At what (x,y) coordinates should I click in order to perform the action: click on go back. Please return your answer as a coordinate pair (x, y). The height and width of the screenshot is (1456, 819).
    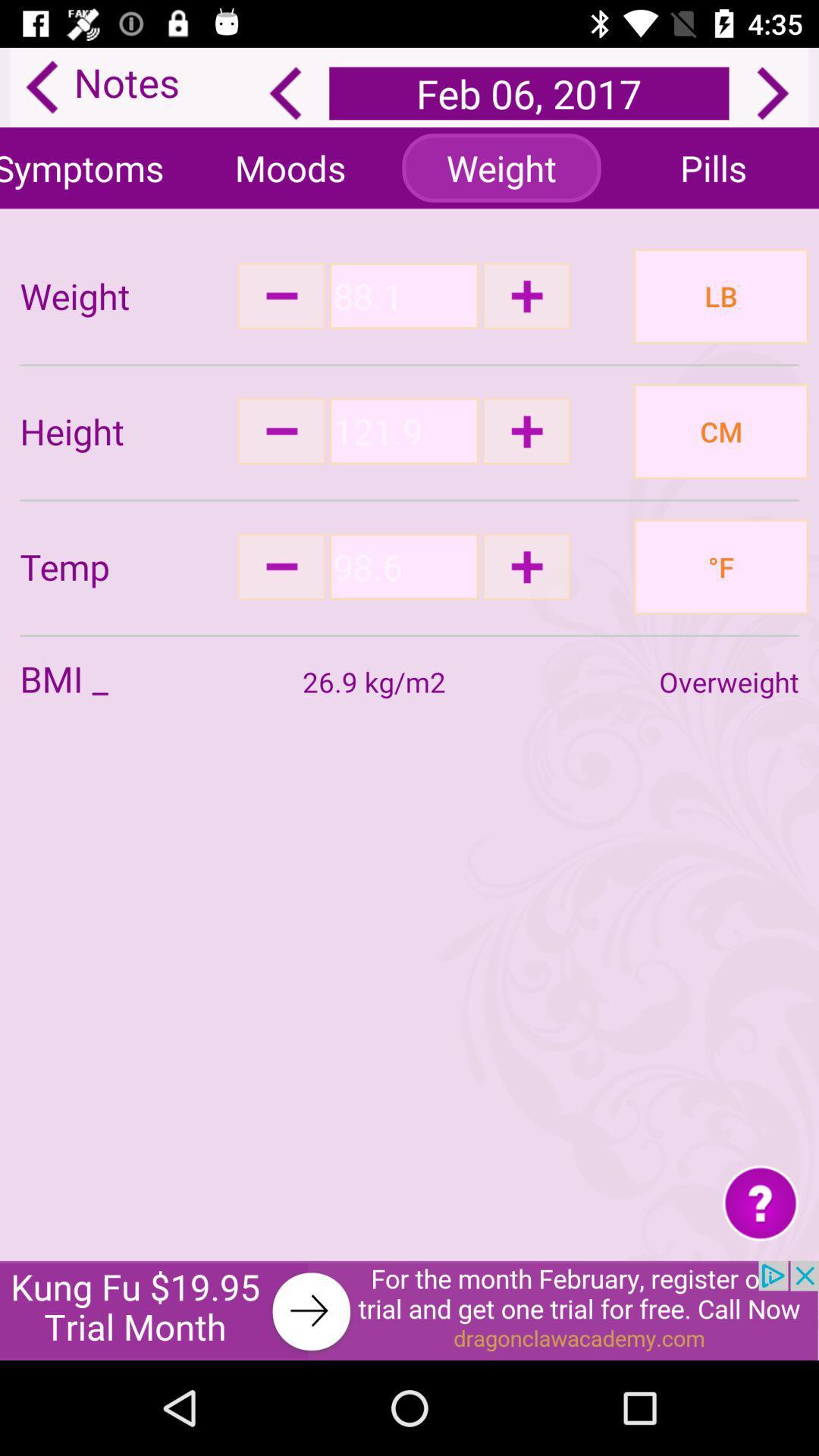
    Looking at the image, I should click on (285, 93).